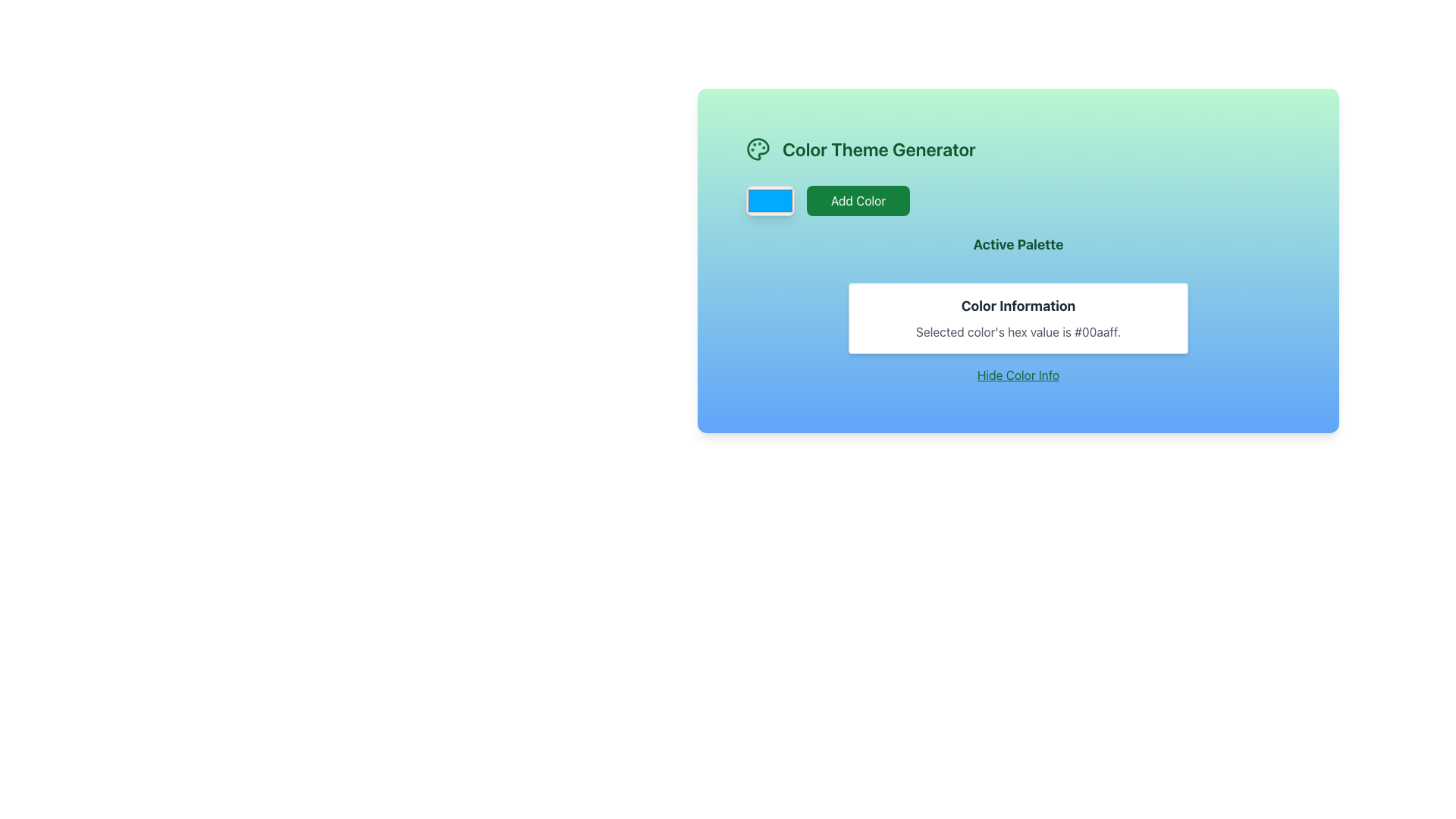 The image size is (1456, 819). Describe the element at coordinates (758, 149) in the screenshot. I see `the decorative branding icon located at the top left corner of the window, next to the text title 'Color Theme Generator'` at that location.